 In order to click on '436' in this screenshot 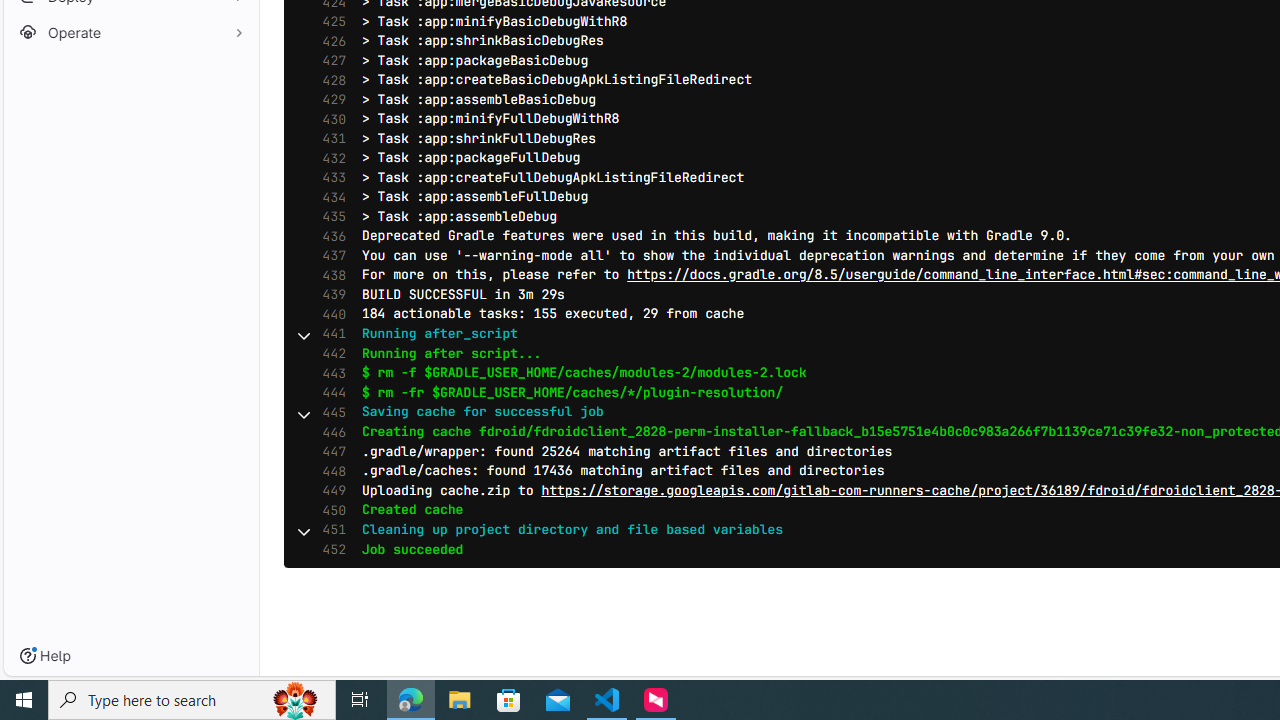, I will do `click(329, 235)`.